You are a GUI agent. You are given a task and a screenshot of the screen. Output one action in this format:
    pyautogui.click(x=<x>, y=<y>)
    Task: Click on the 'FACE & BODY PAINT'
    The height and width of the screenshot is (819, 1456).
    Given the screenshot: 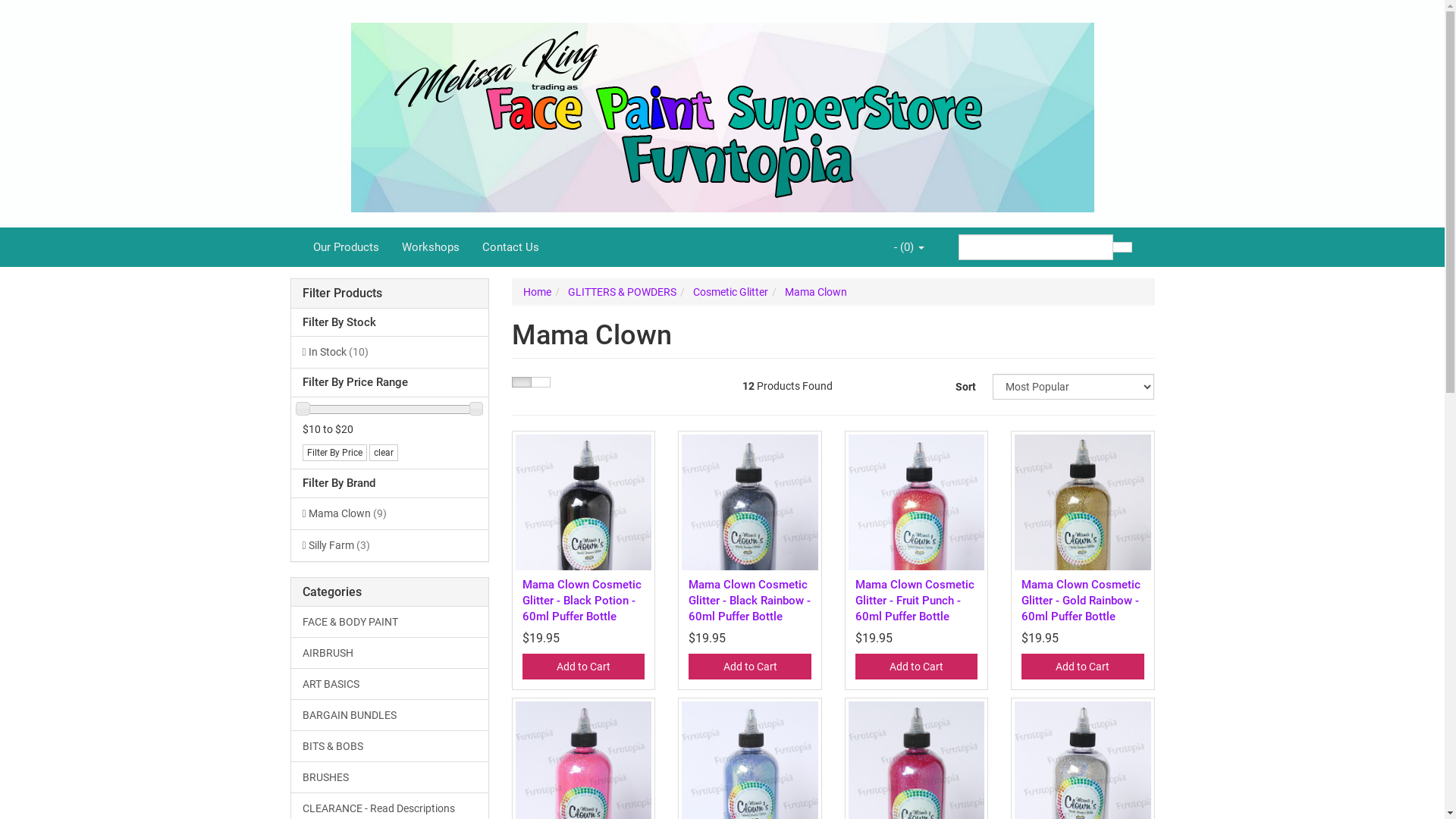 What is the action you would take?
    pyautogui.click(x=291, y=622)
    